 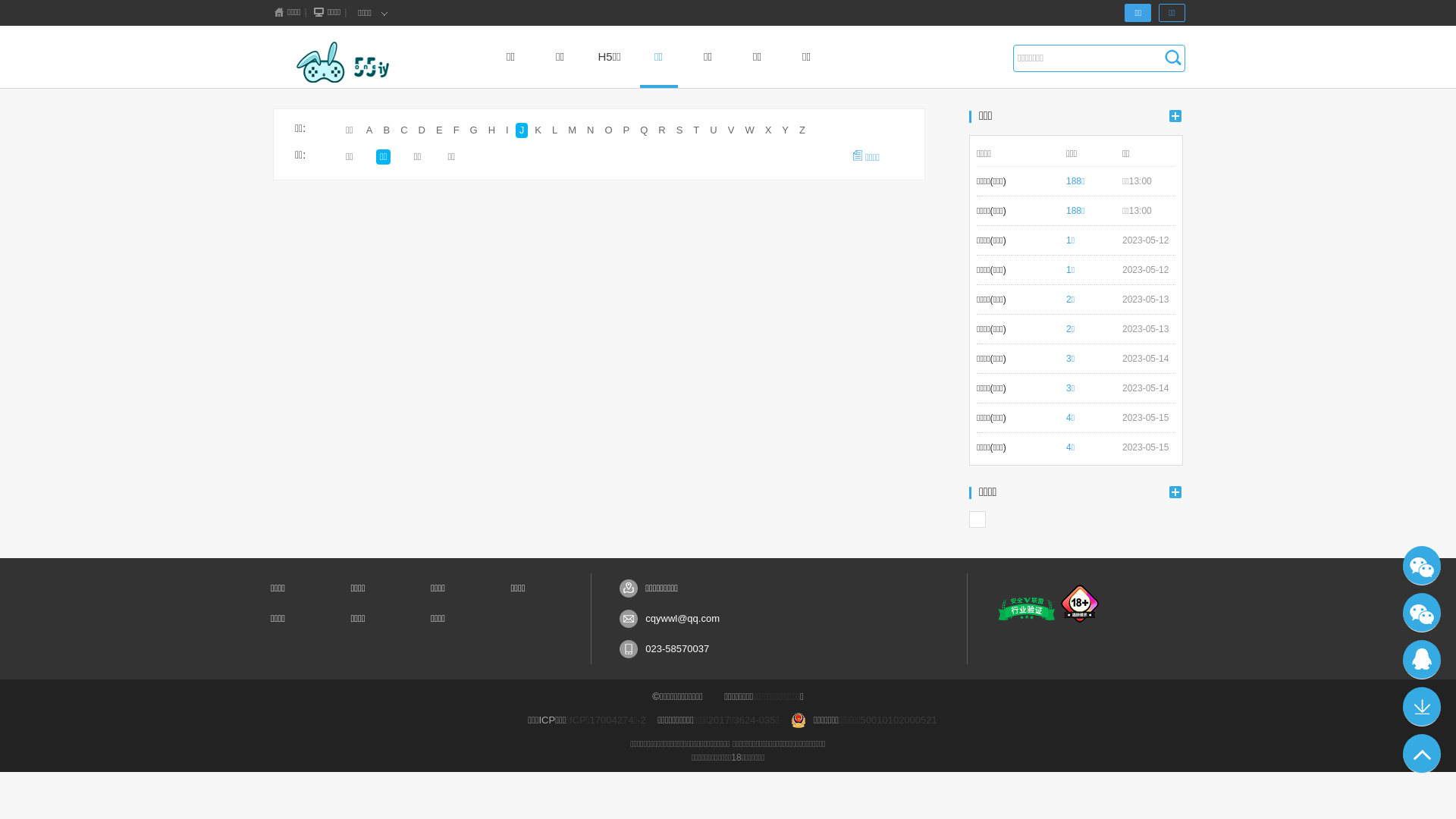 What do you see at coordinates (600, 130) in the screenshot?
I see `'O'` at bounding box center [600, 130].